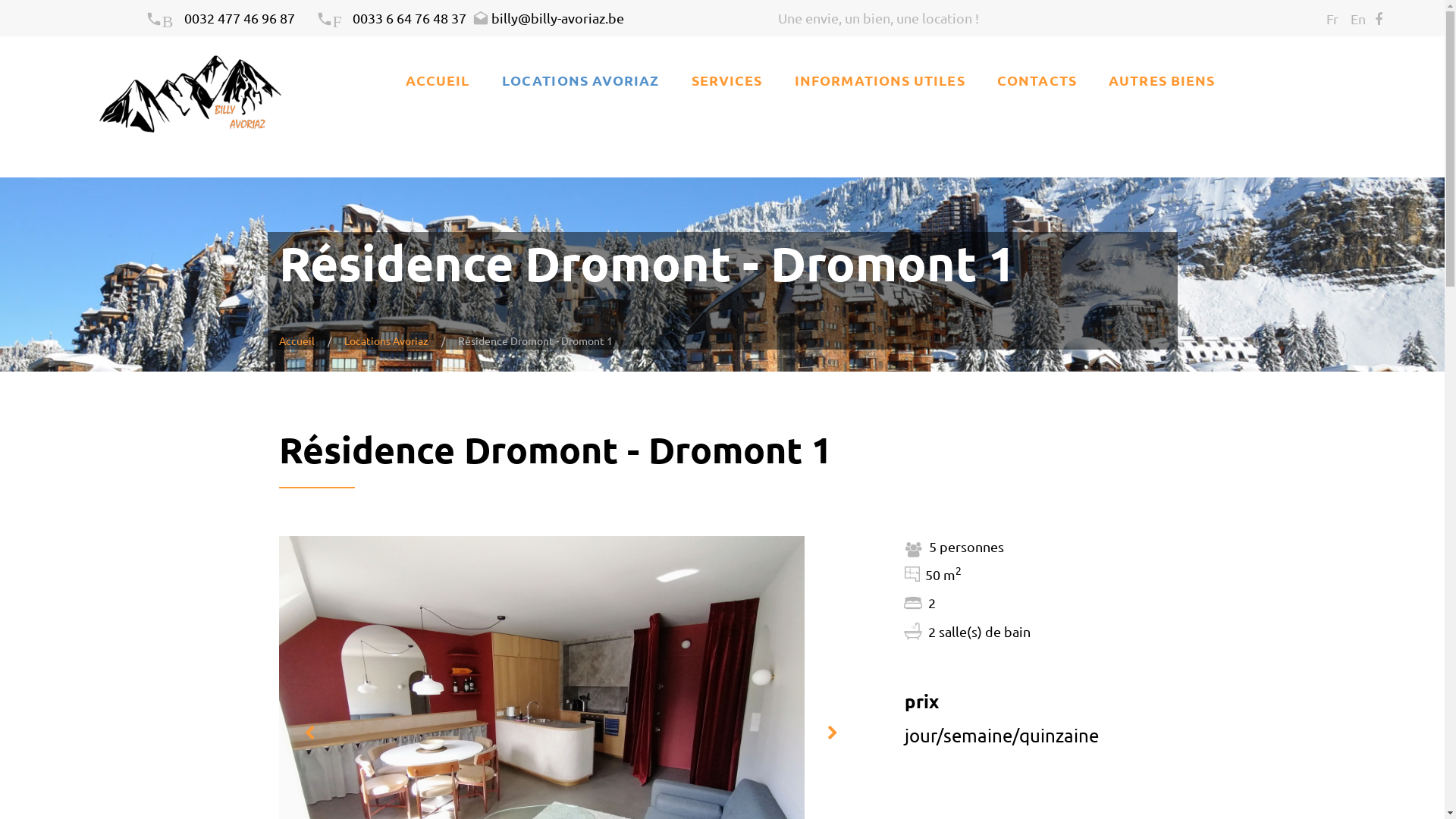  I want to click on 'ACCUEIL', so click(437, 80).